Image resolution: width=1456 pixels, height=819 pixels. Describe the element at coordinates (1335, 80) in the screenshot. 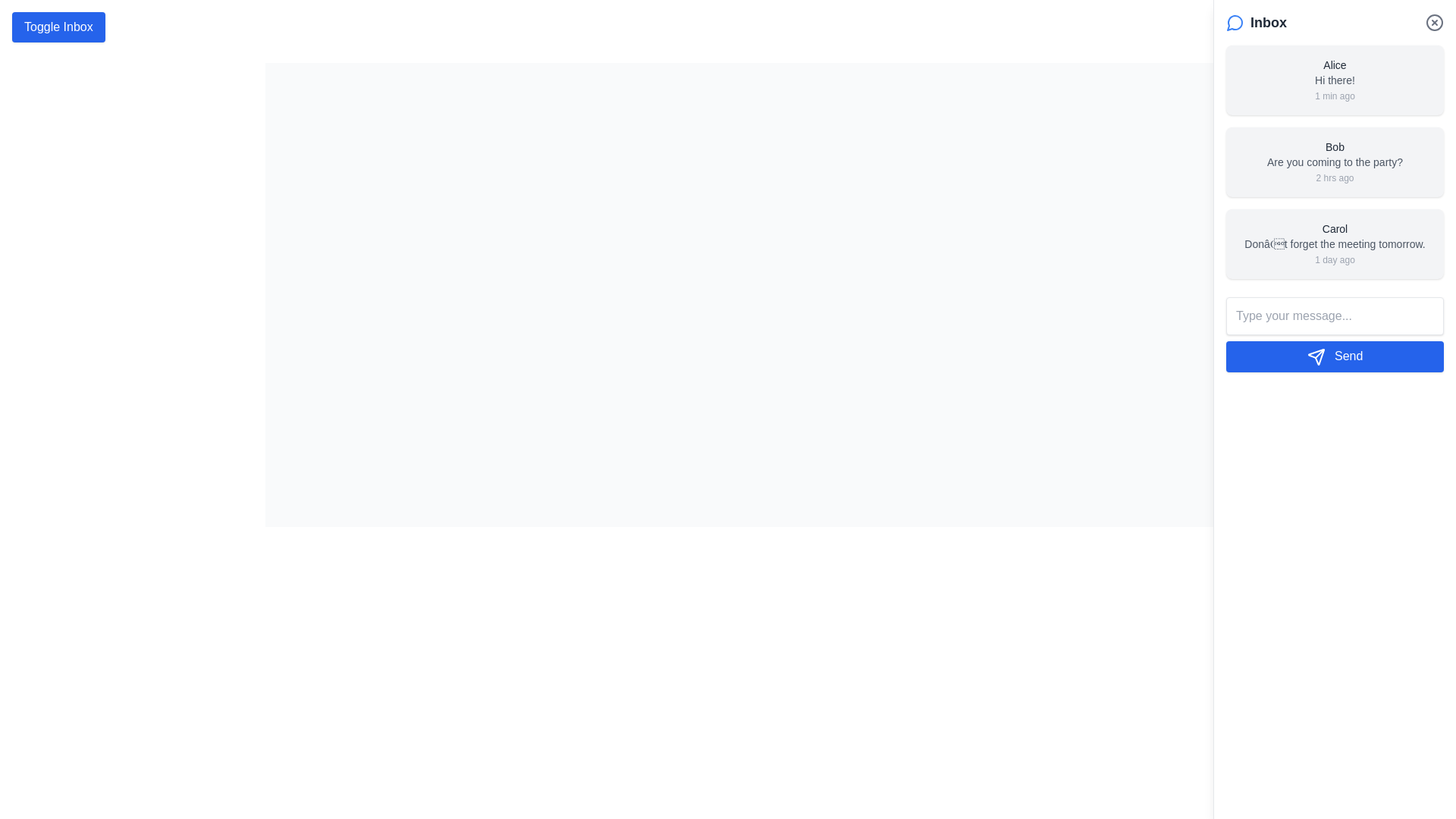

I see `the first message preview panel in the Inbox section` at that location.